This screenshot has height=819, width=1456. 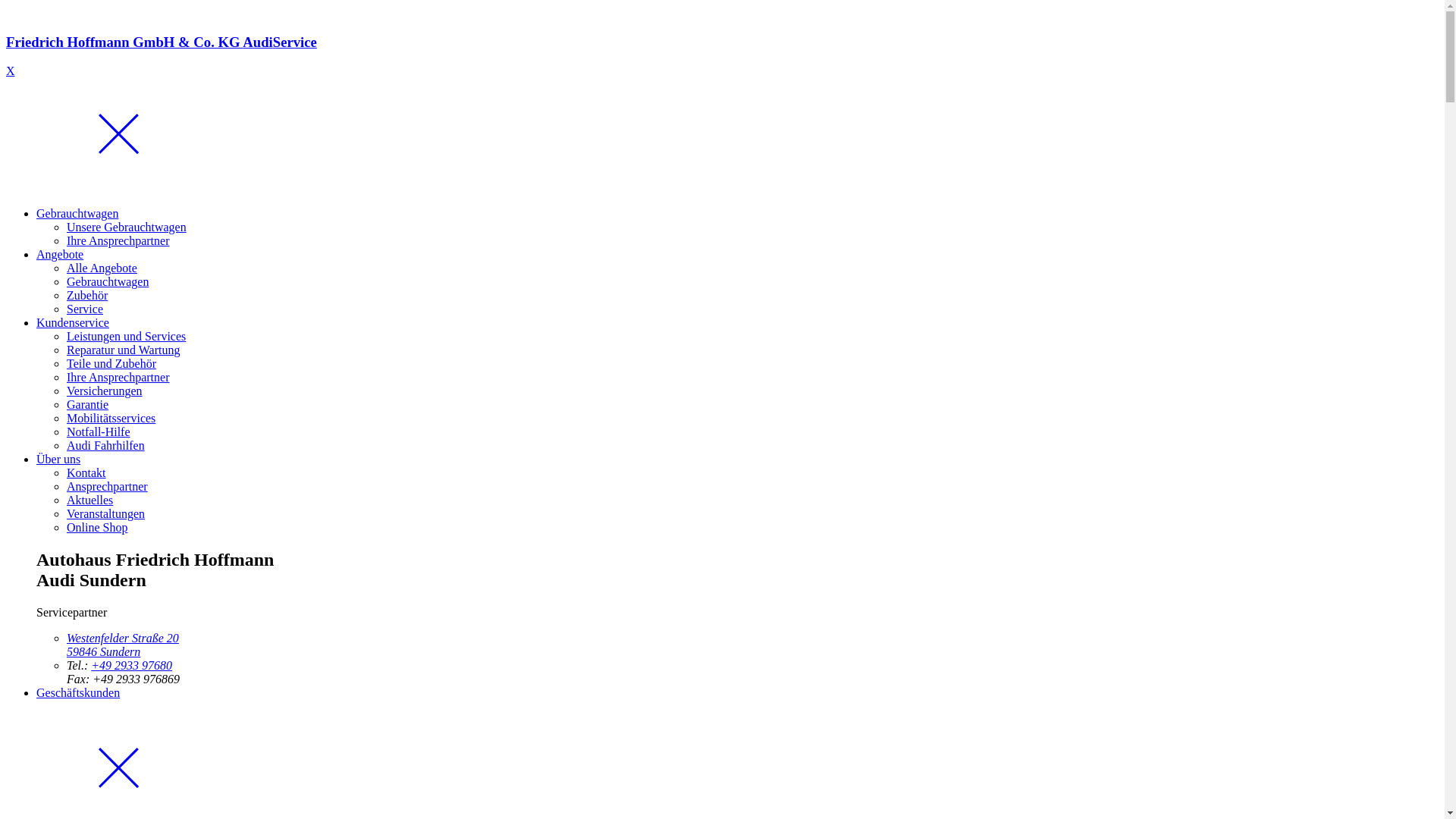 I want to click on 'Service', so click(x=83, y=308).